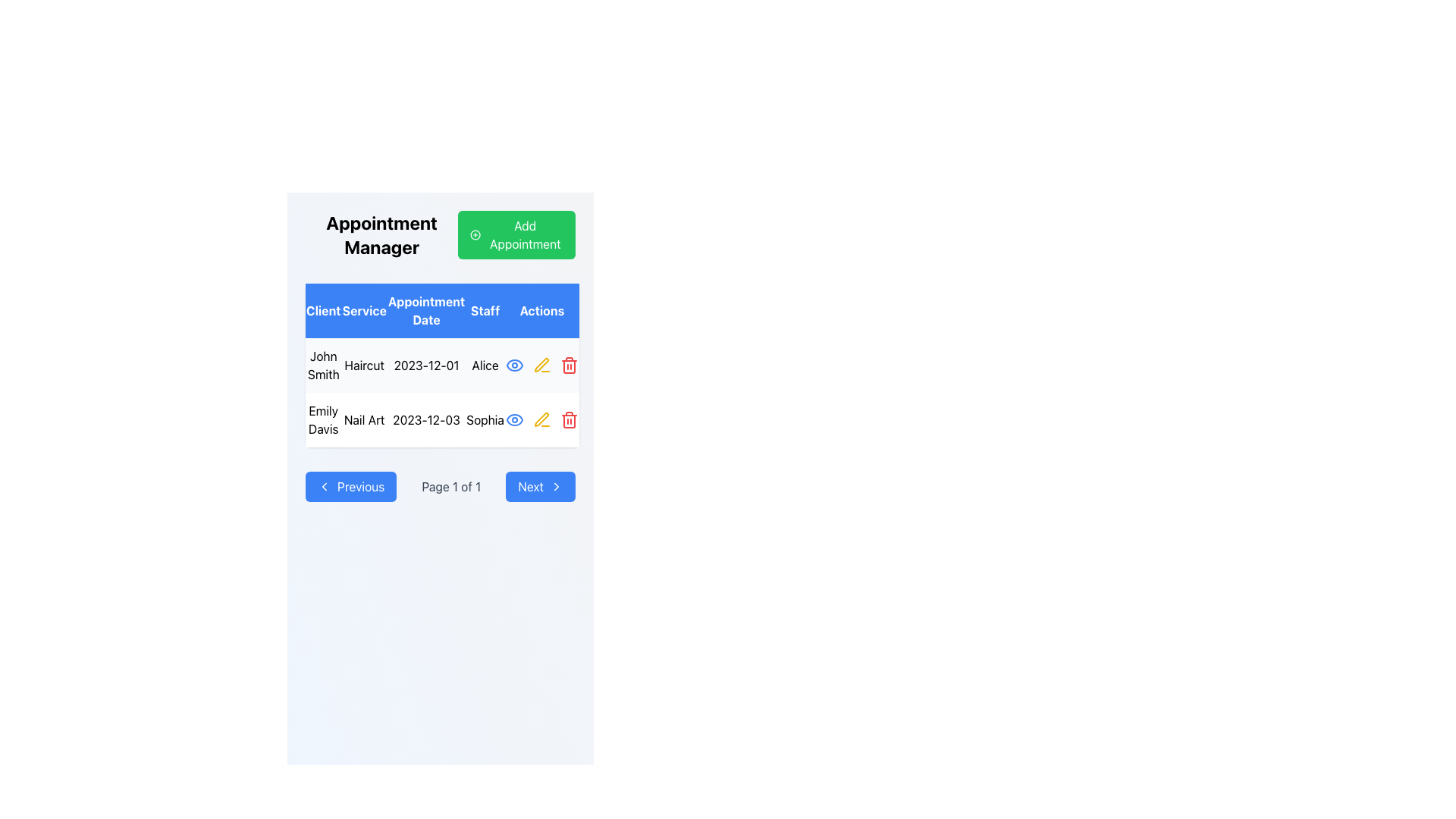  Describe the element at coordinates (441, 391) in the screenshot. I see `to select the table row containing 'Emily Davis', 'Nail Art', '2023-12-03', and 'Sophia' in the Appointment Manager section` at that location.